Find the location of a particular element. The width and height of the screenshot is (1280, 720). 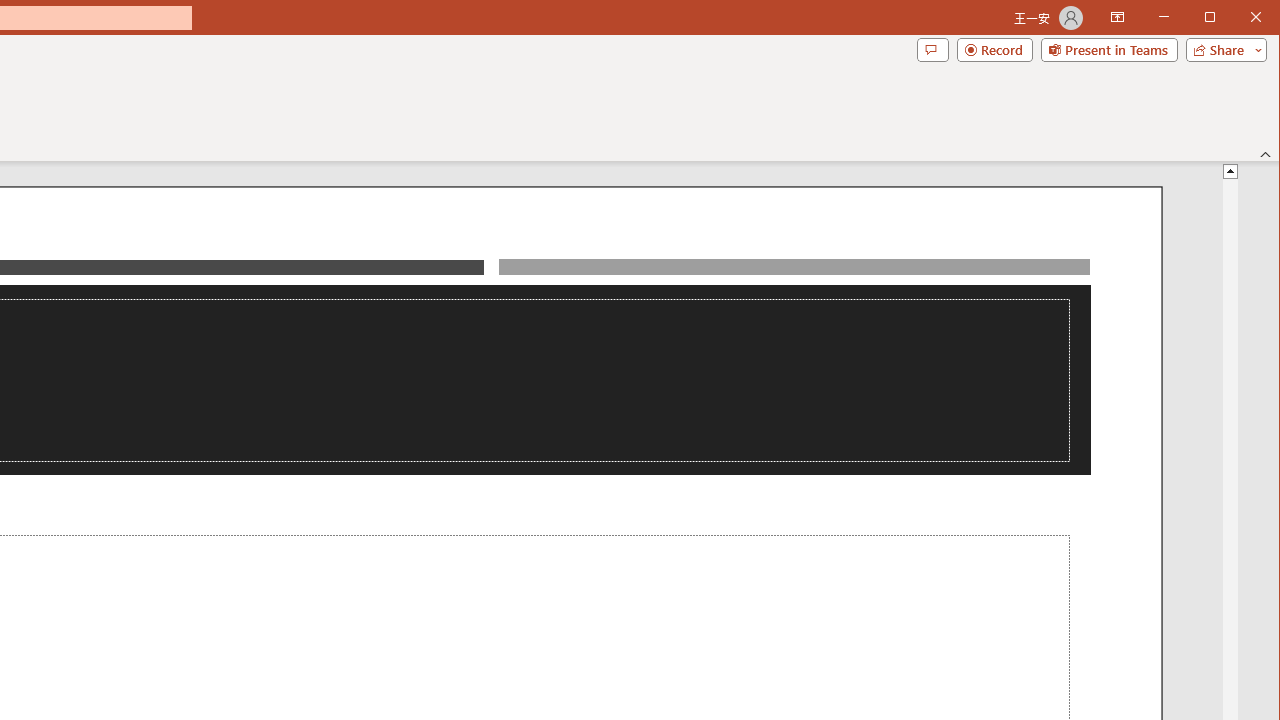

'Collapse the Ribbon' is located at coordinates (1265, 153).